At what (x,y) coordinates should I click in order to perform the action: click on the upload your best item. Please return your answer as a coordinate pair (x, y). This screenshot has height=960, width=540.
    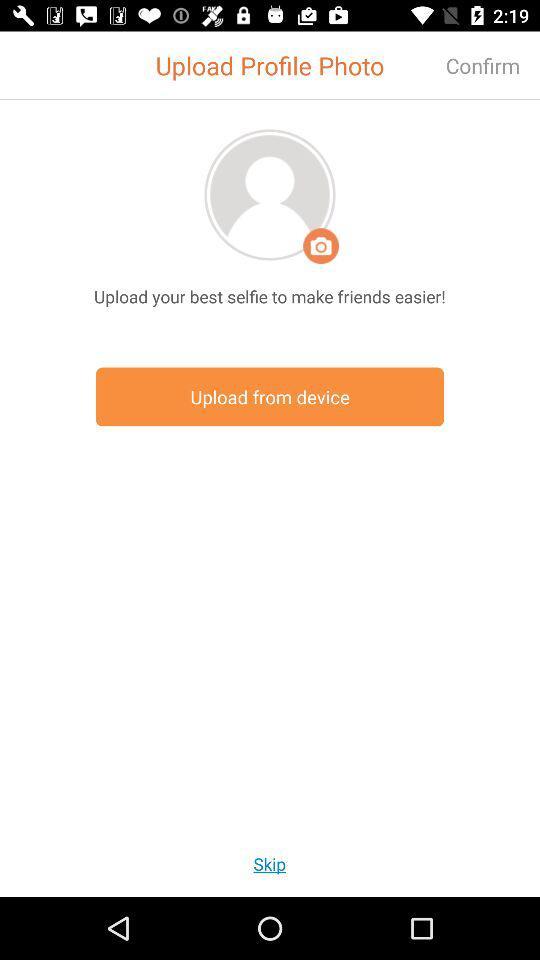
    Looking at the image, I should click on (270, 295).